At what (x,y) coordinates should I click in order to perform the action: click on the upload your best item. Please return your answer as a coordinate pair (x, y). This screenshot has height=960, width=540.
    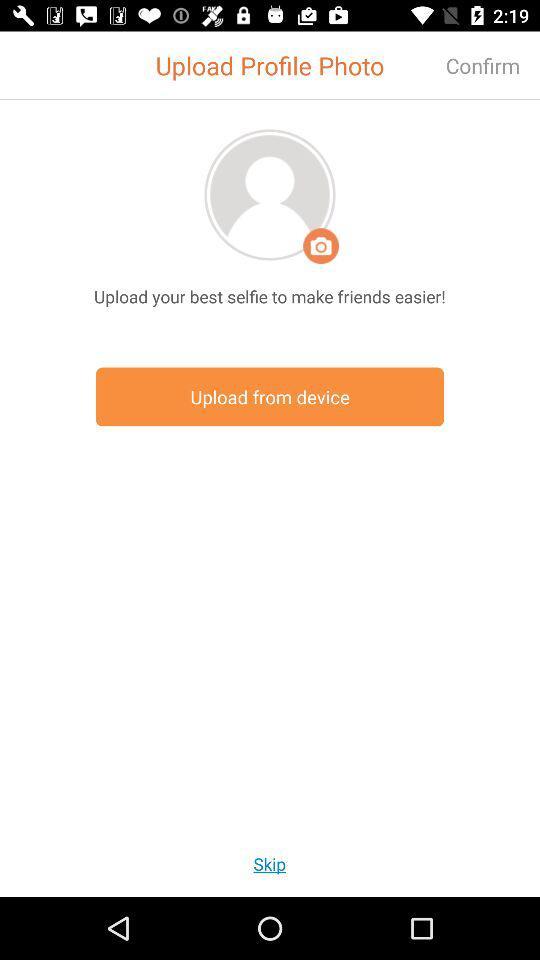
    Looking at the image, I should click on (270, 295).